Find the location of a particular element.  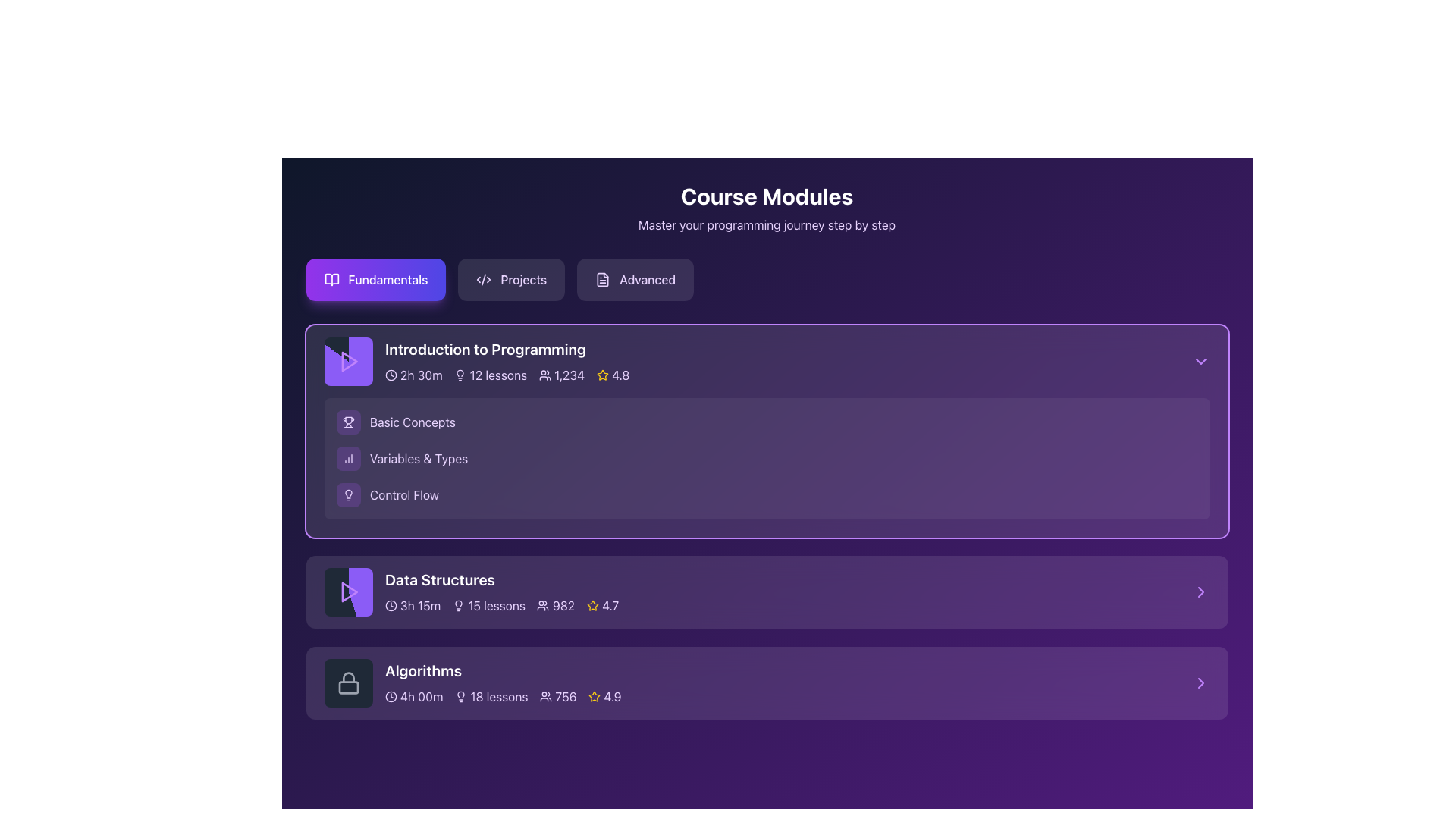

the play button located in the left section of the 'Data Structures' module card to initiate playback or access related content is located at coordinates (347, 591).